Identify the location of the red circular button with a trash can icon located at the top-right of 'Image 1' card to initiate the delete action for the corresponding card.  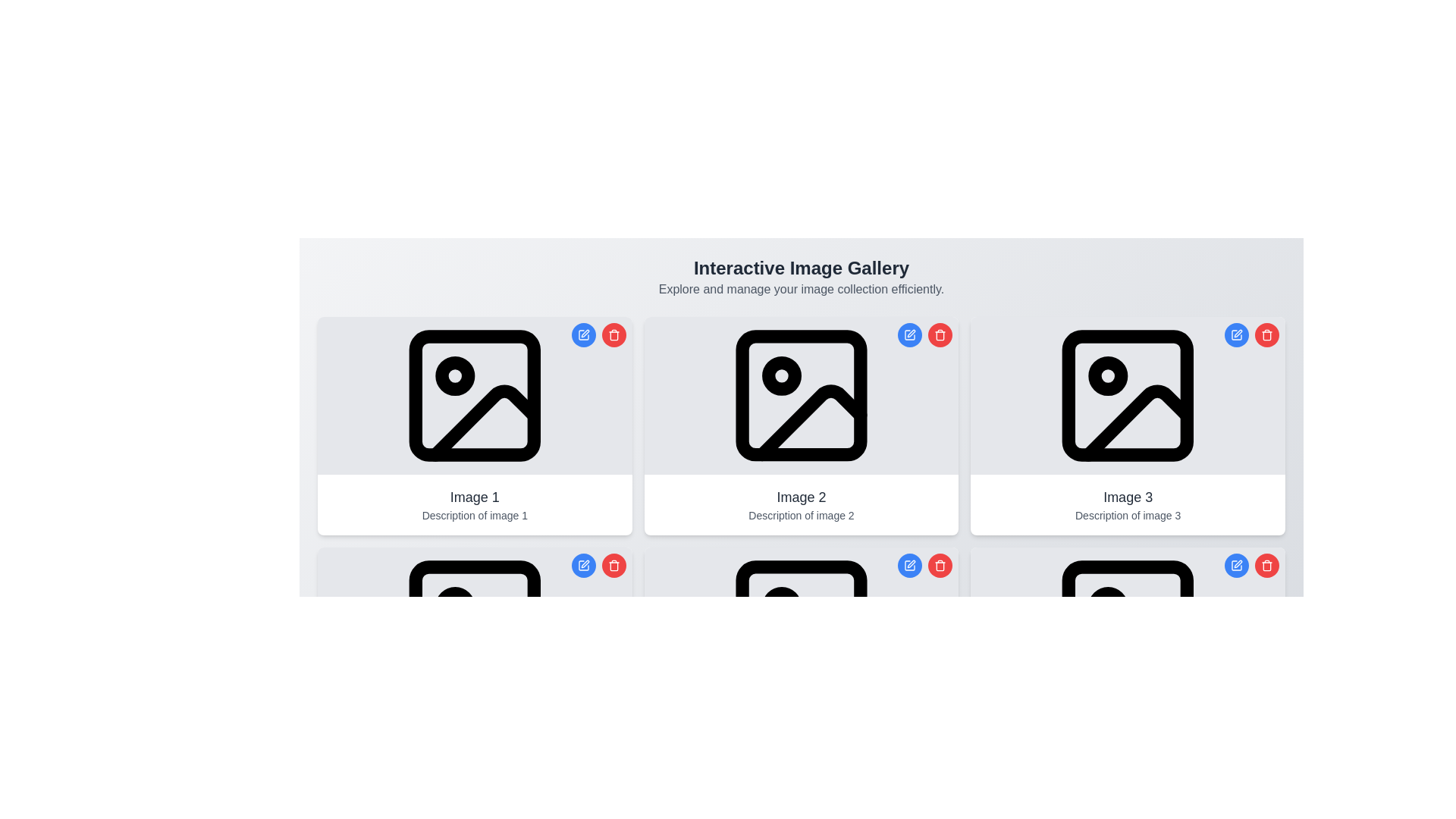
(613, 334).